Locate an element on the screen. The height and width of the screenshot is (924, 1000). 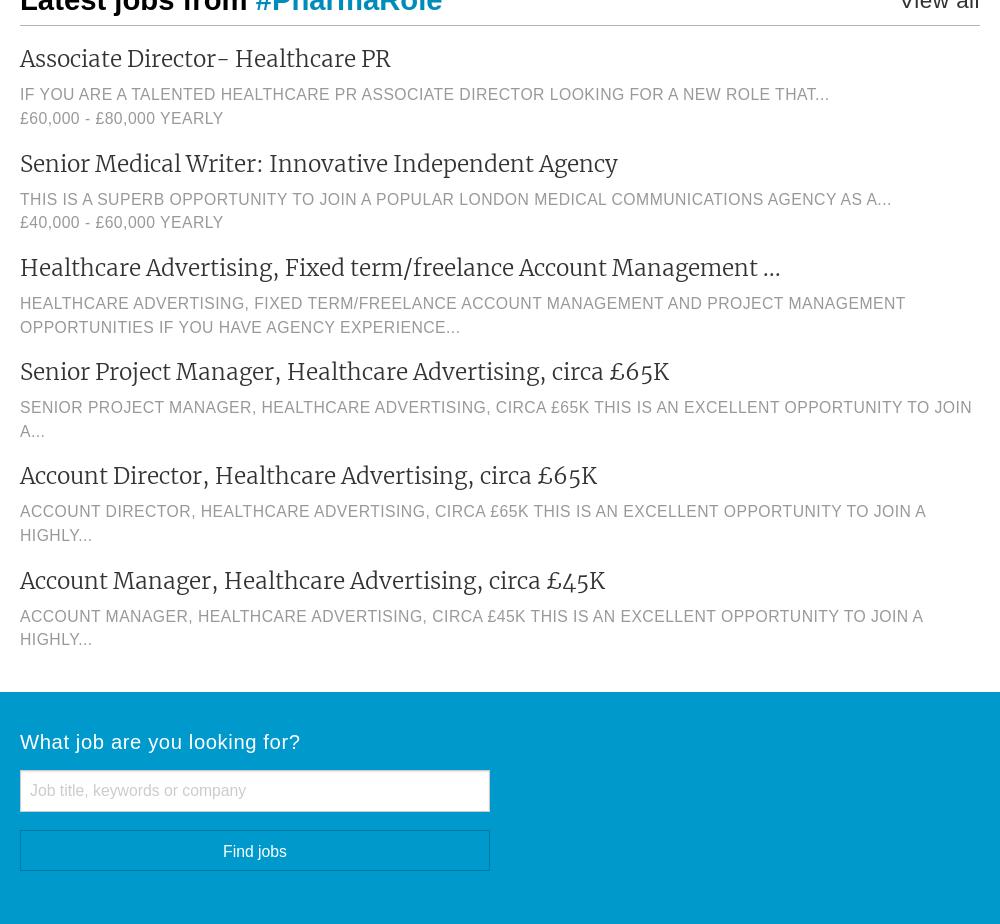
'Find jobs' is located at coordinates (254, 850).